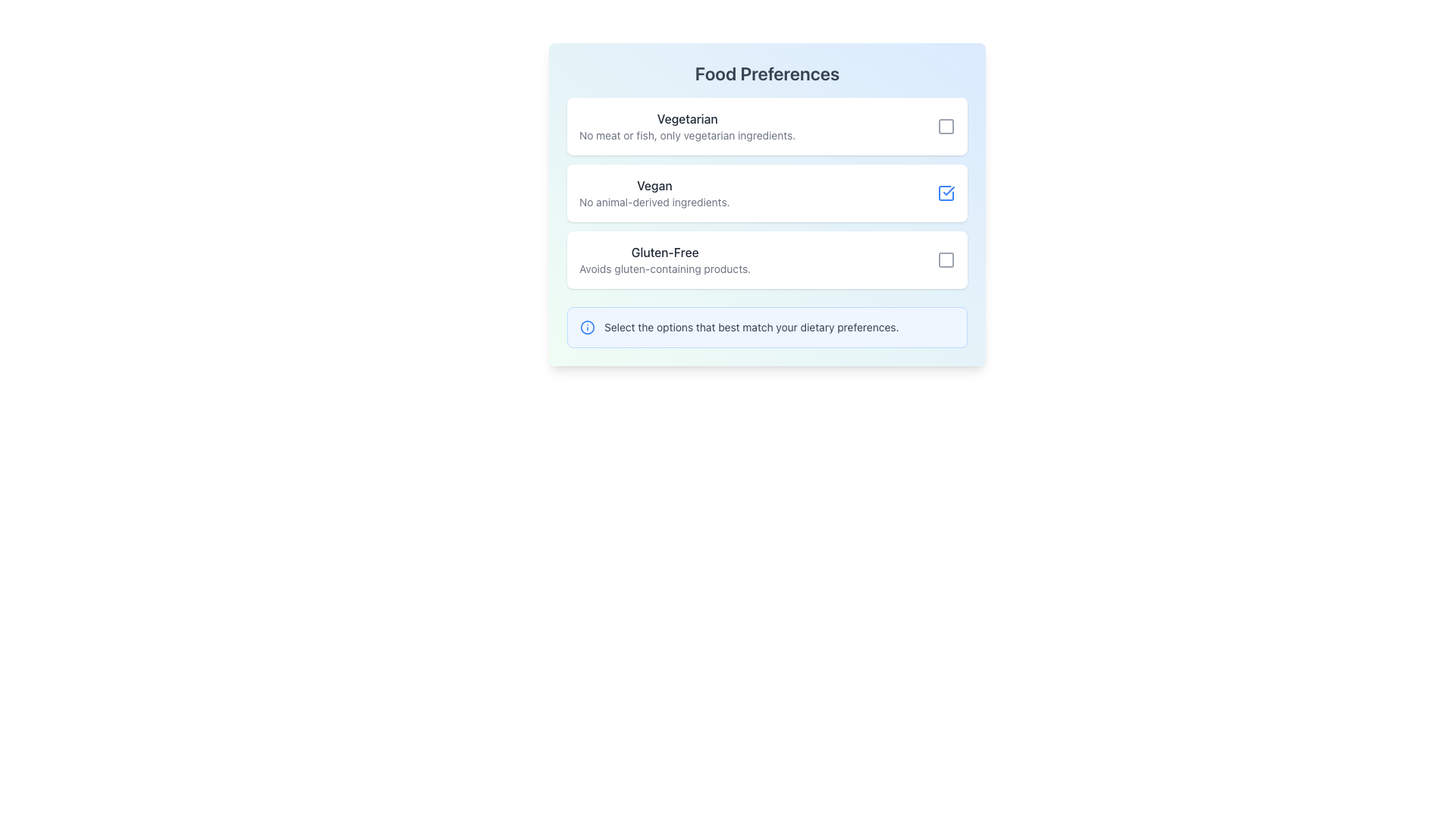 The height and width of the screenshot is (819, 1456). I want to click on the blue circular graphic component of the icon located to the left of the instructional text block at the bottom of the preference selection card, so click(586, 327).